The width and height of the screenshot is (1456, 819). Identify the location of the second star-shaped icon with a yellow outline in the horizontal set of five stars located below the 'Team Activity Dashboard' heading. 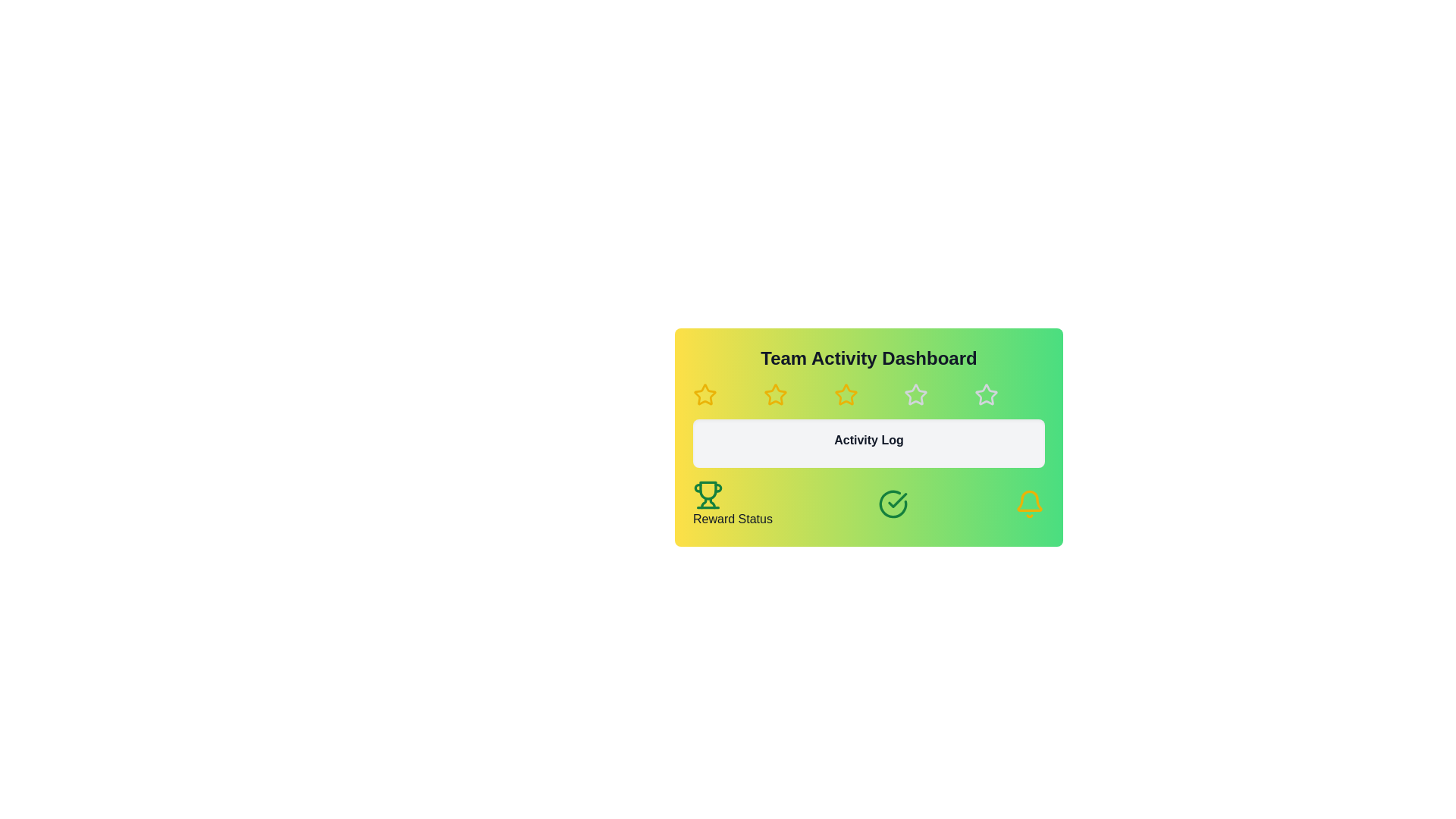
(704, 394).